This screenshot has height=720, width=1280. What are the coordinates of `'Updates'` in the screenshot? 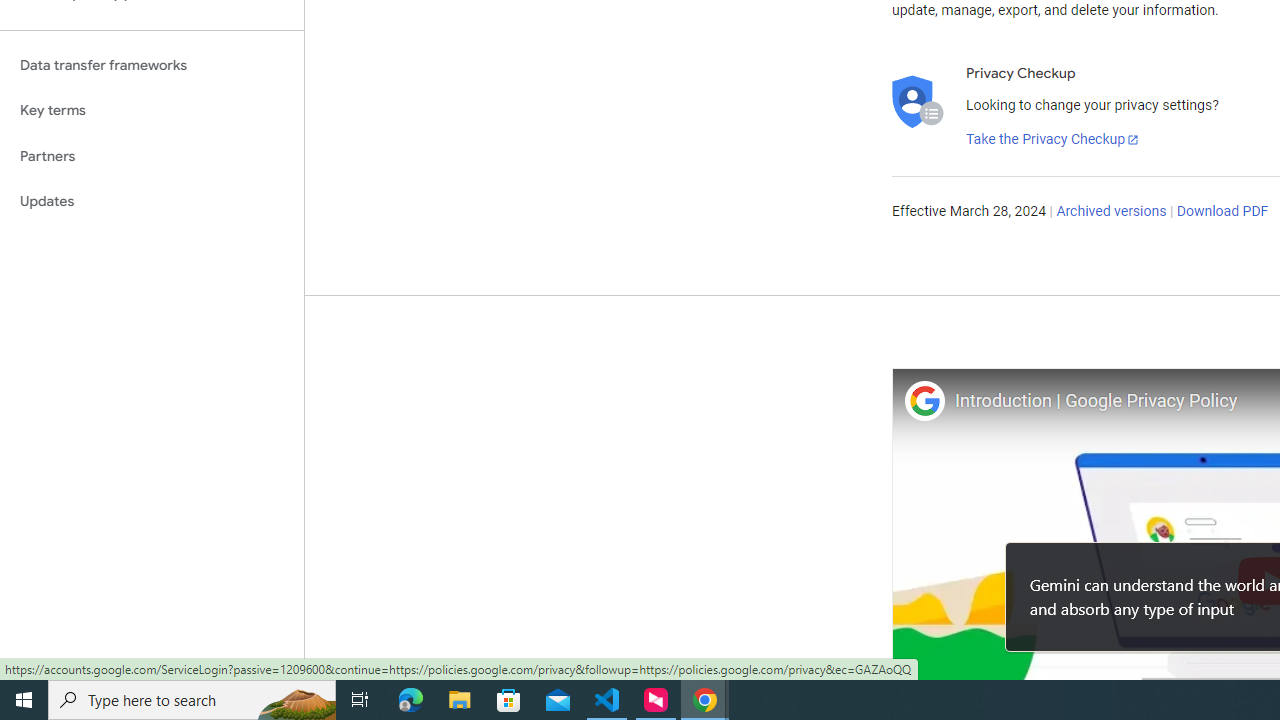 It's located at (151, 201).